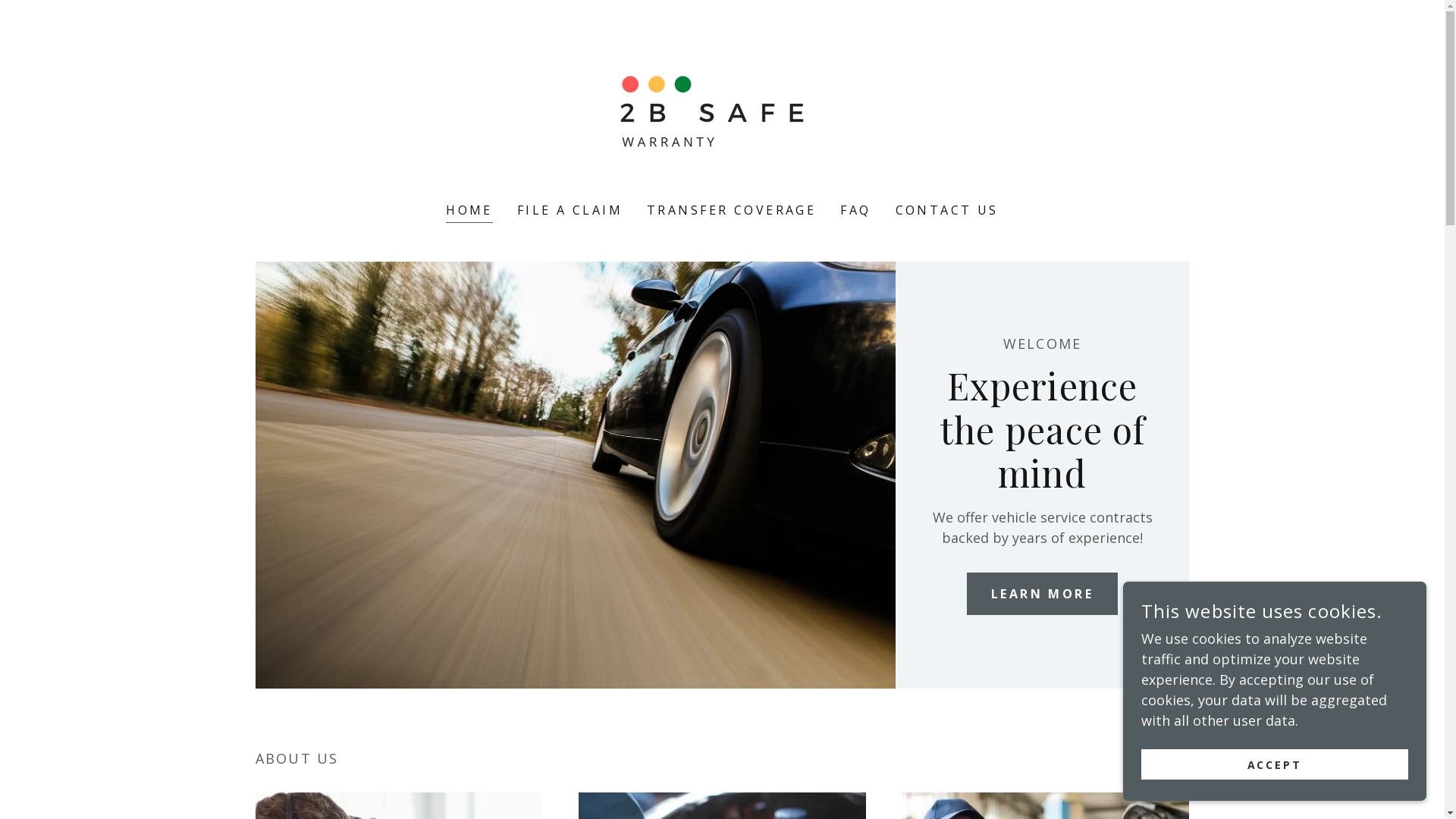  I want to click on 'TRANSFER COVERAGE', so click(731, 210).